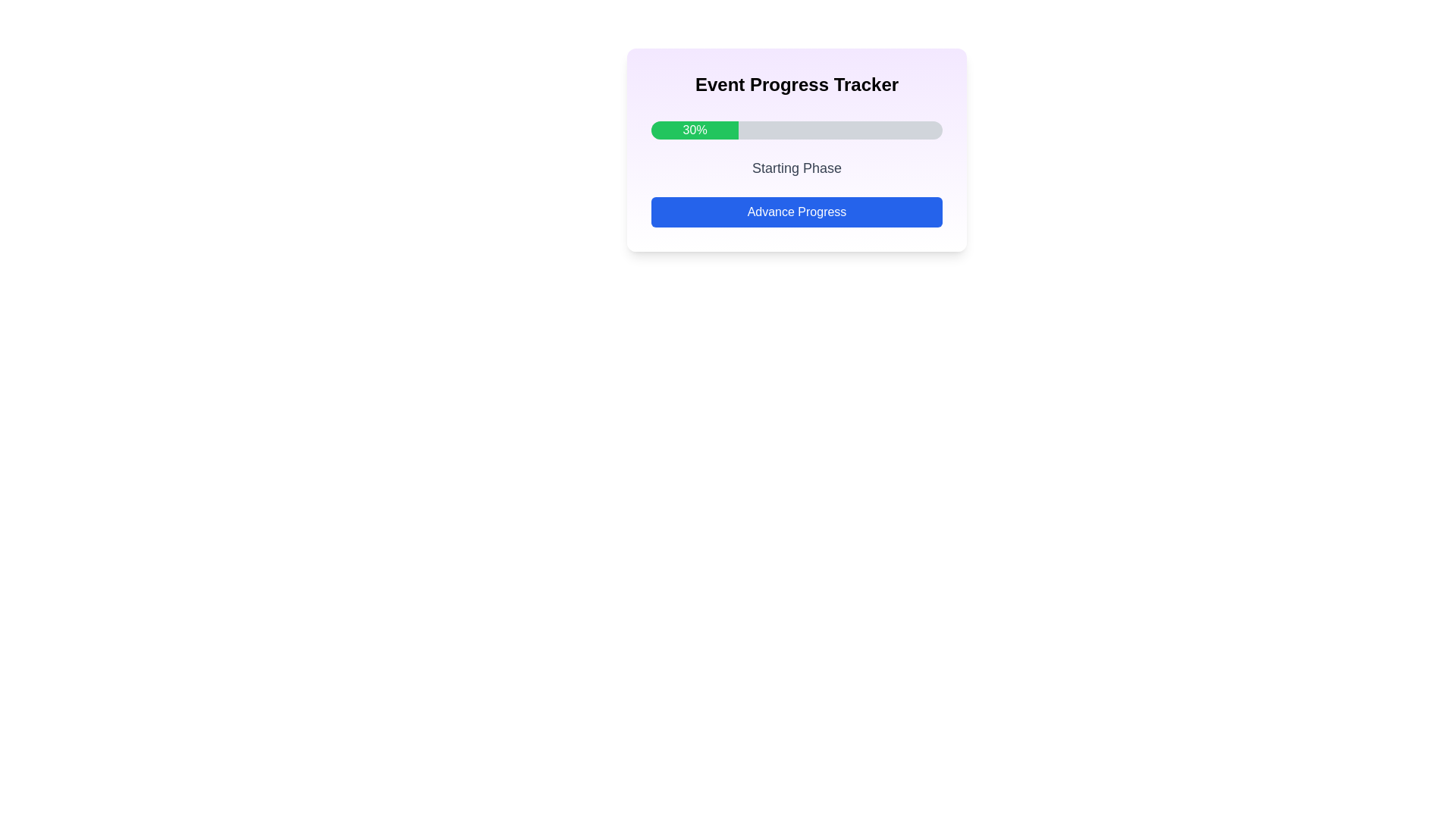  Describe the element at coordinates (694, 130) in the screenshot. I see `the bright green rectangular Progress Bar Segment displaying '30%' in bold white font, which is part of the Event Progress Tracker layout` at that location.